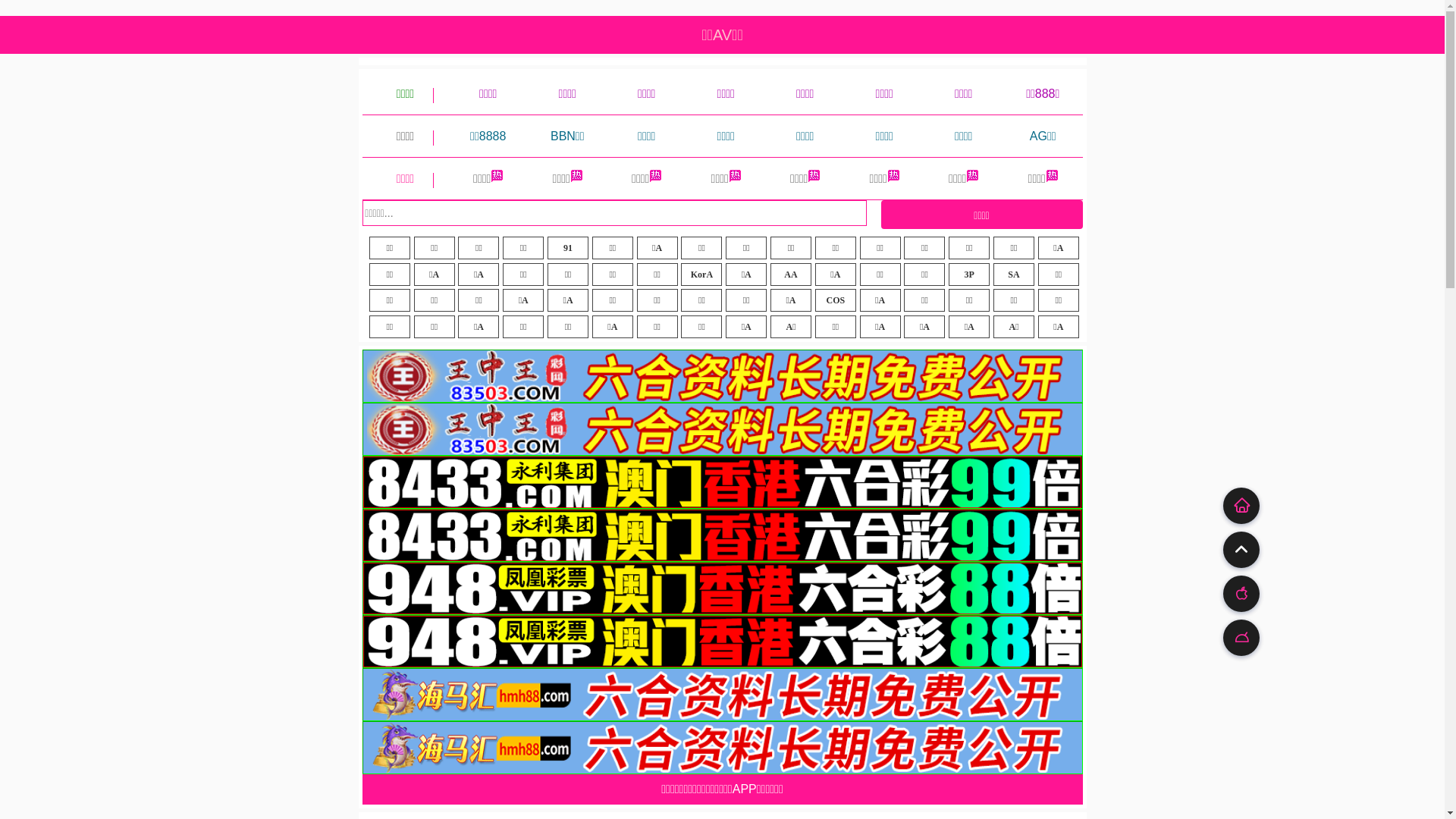  I want to click on '91', so click(566, 247).